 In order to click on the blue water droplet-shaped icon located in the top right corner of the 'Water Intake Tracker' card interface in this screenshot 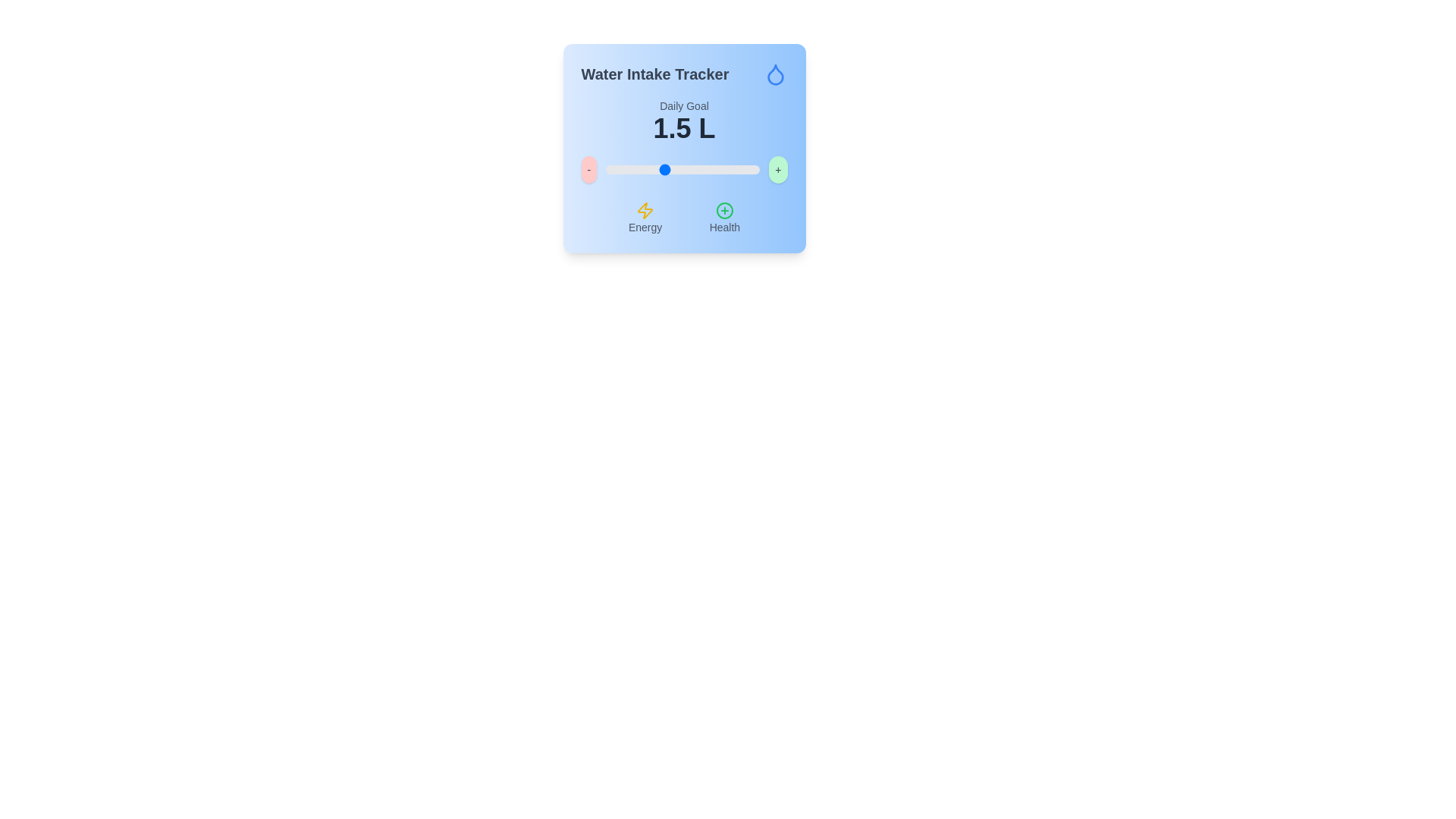, I will do `click(775, 74)`.